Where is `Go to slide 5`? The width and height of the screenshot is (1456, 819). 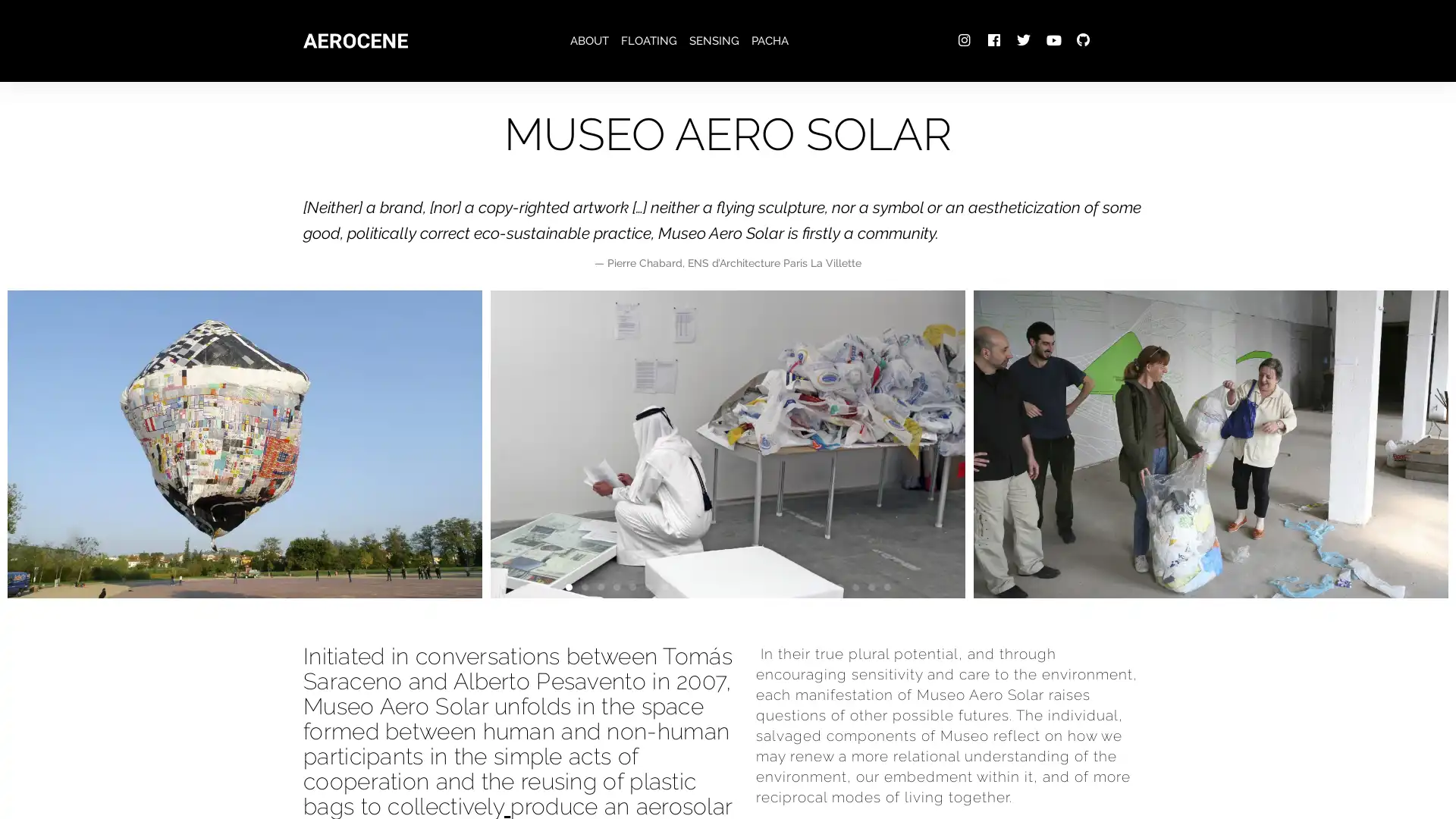 Go to slide 5 is located at coordinates (632, 586).